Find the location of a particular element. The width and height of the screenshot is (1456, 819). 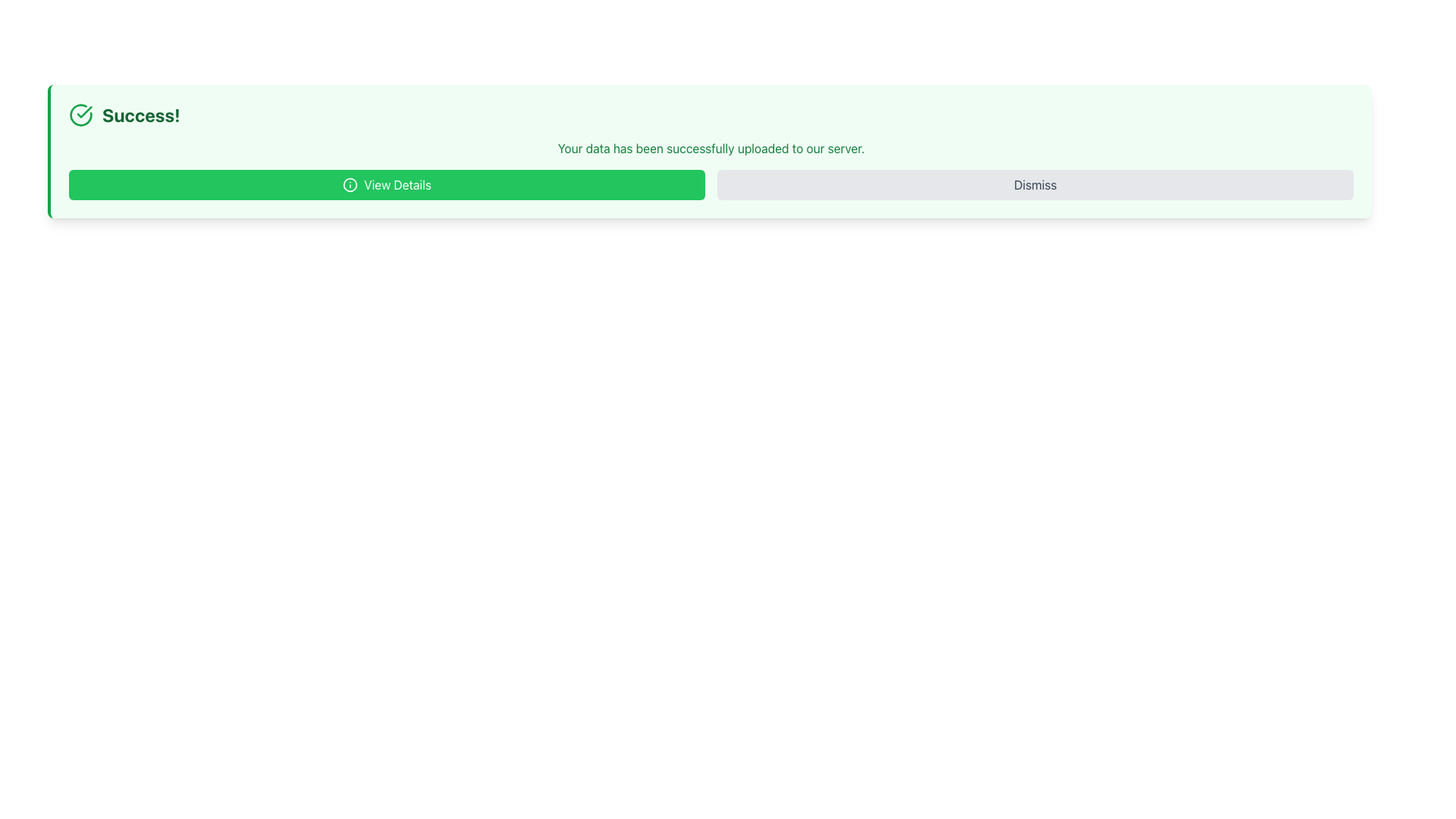

the SVG graphic shape (circle) within the informational icon that indicates availability of further information, located to the left of the 'View Details' text in the green confirmation bar is located at coordinates (350, 184).